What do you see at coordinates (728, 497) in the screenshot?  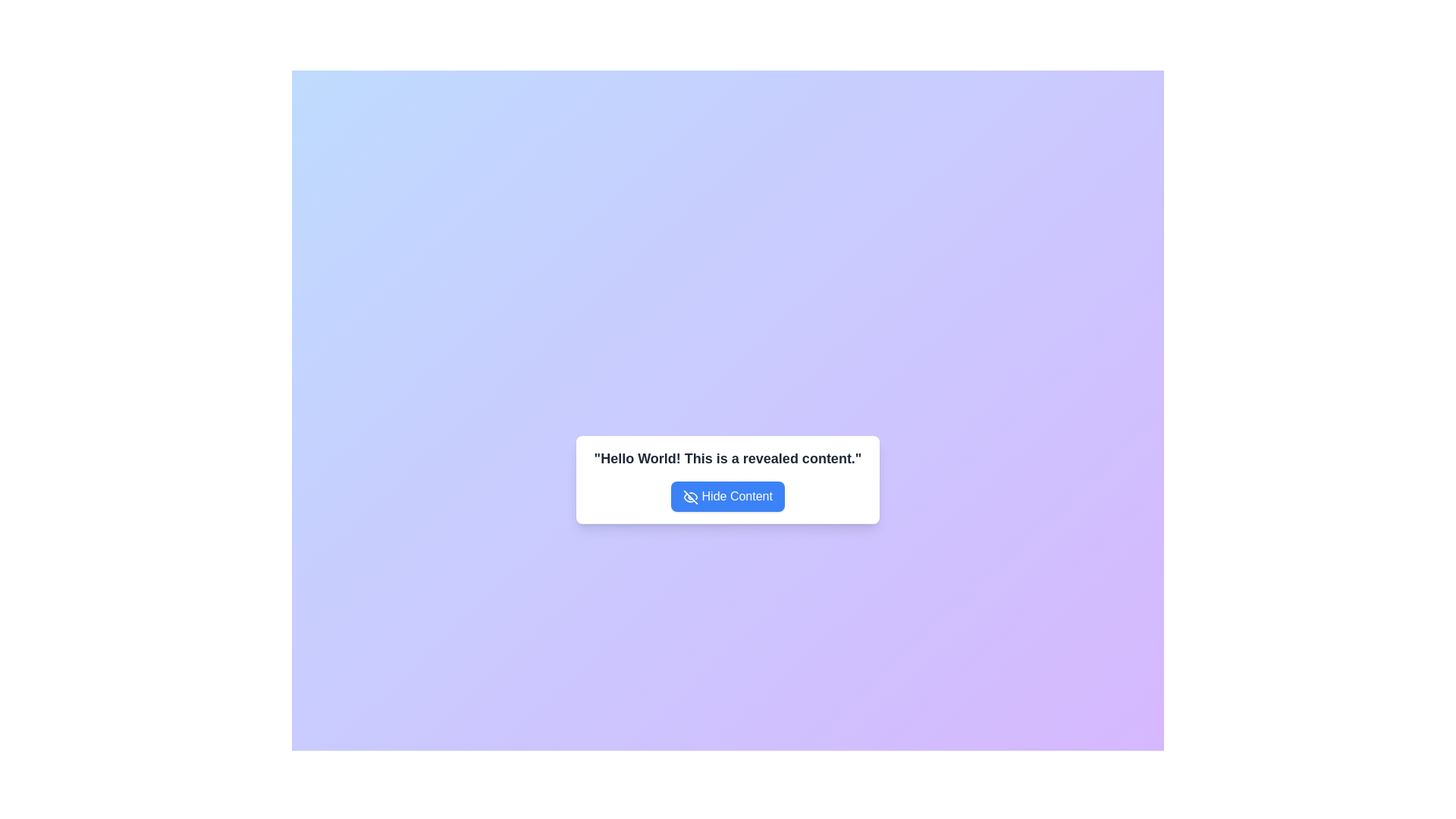 I see `the button located below the text area that reads 'Hello World! This is a revealed content.' to hide the currently visible content` at bounding box center [728, 497].